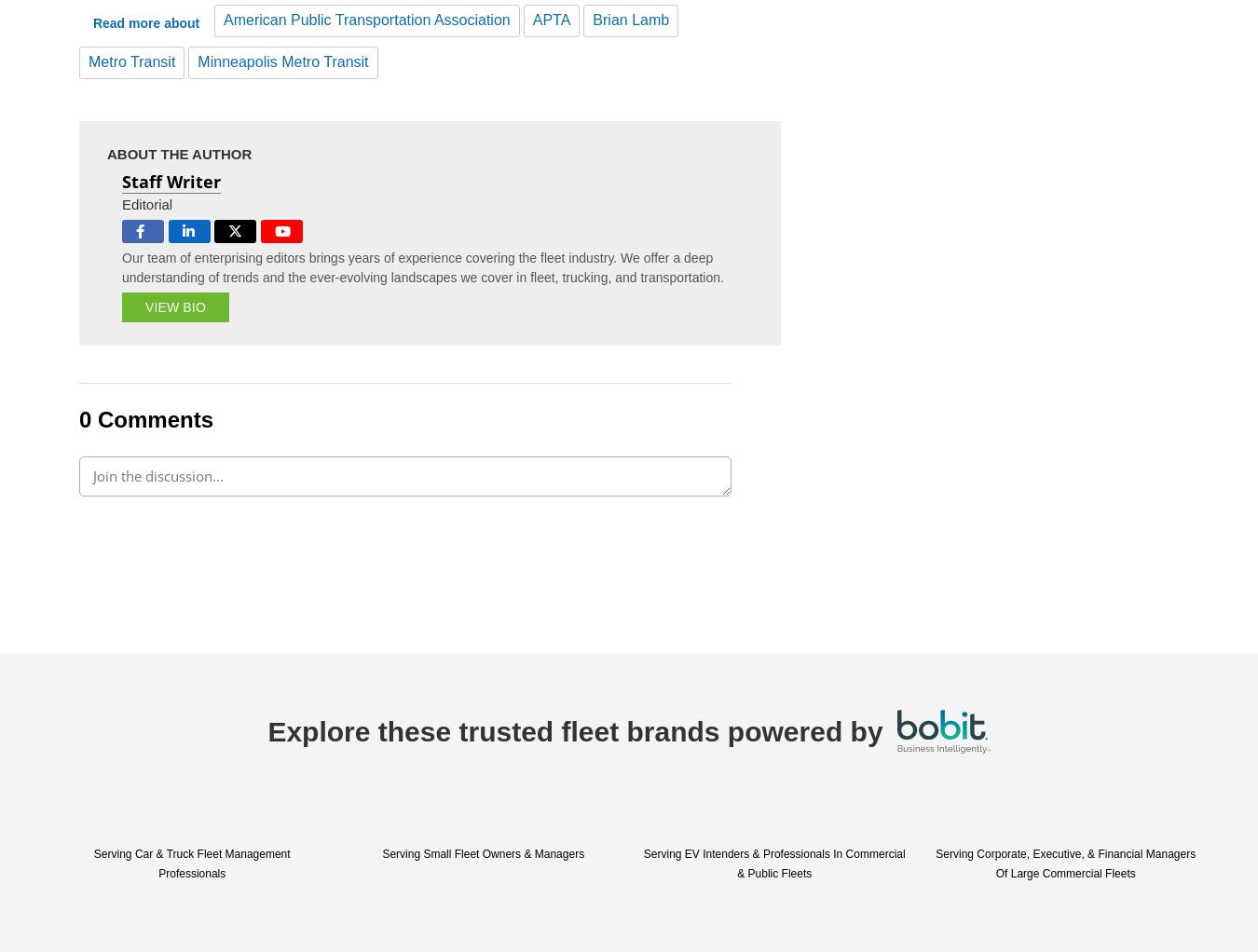  What do you see at coordinates (1064, 863) in the screenshot?
I see `'Serving Corporate, Executive, & Financial Managers Of Large Commercial Fleets'` at bounding box center [1064, 863].